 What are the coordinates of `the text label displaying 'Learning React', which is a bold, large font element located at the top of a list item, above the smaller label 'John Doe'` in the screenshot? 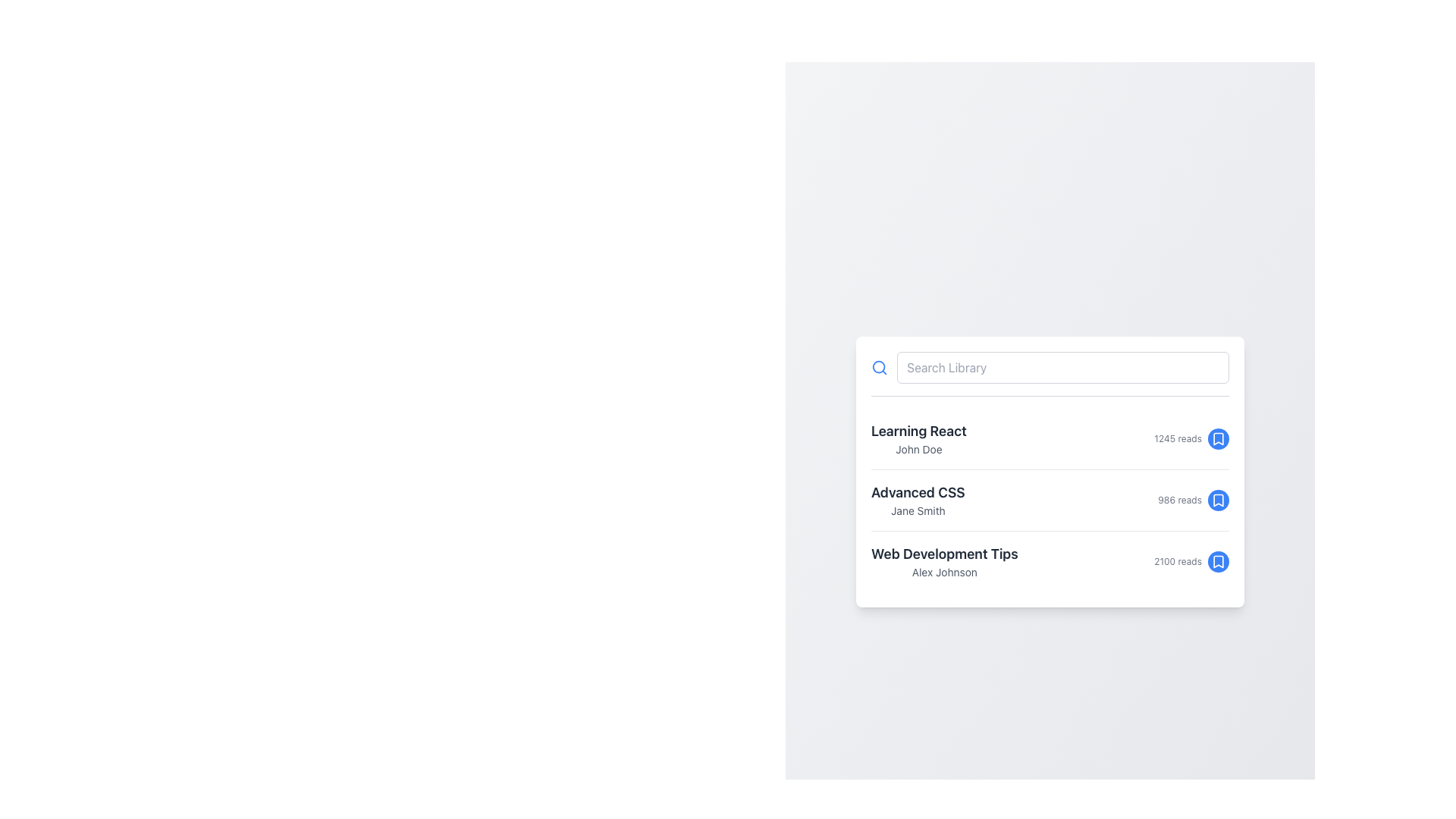 It's located at (918, 431).